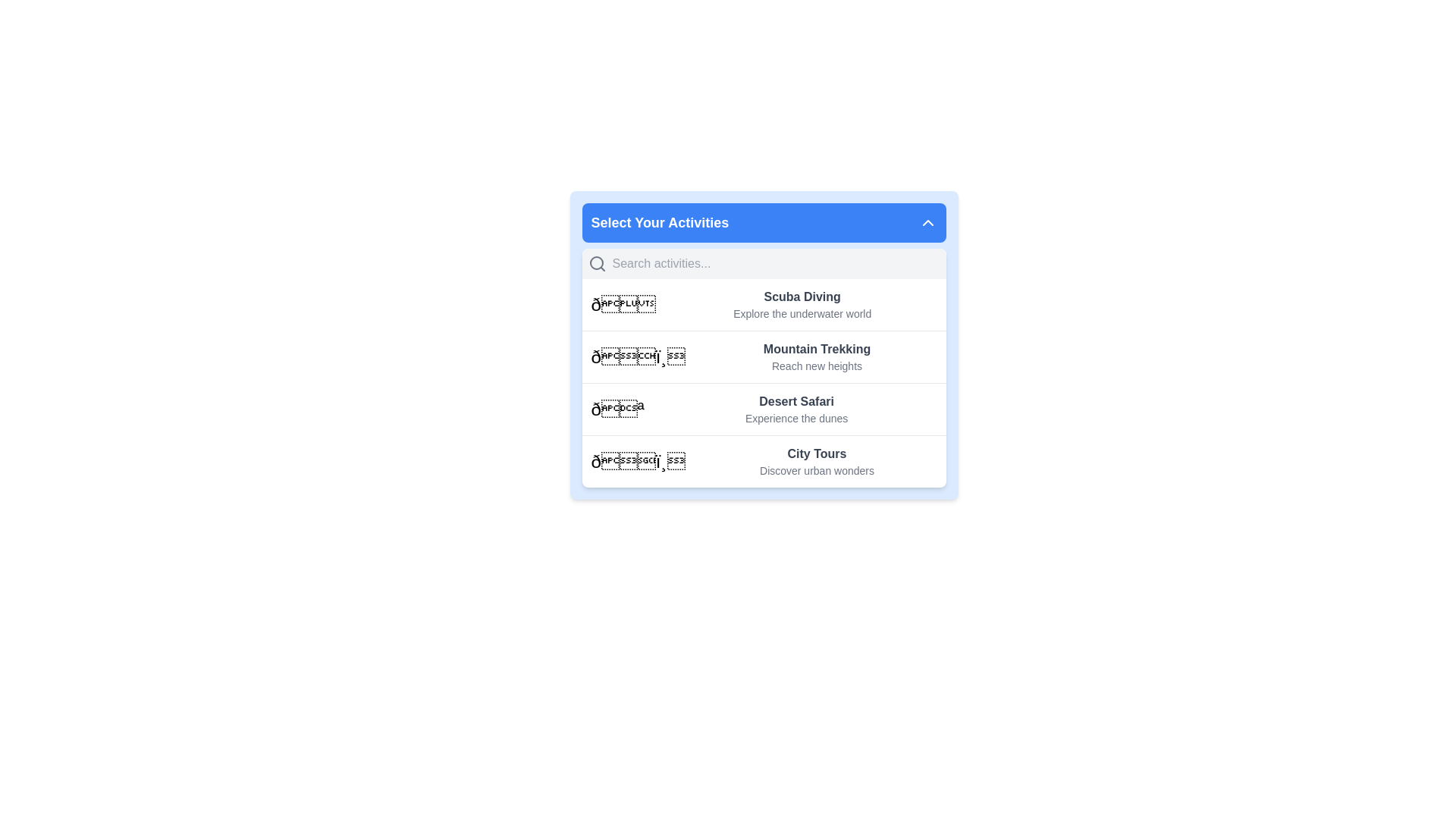 The width and height of the screenshot is (1456, 819). I want to click on descriptive text label about 'Mountain Trekking' located directly underneath the bold heading in the second item of the vertical list under 'Select Your Activities', so click(816, 366).